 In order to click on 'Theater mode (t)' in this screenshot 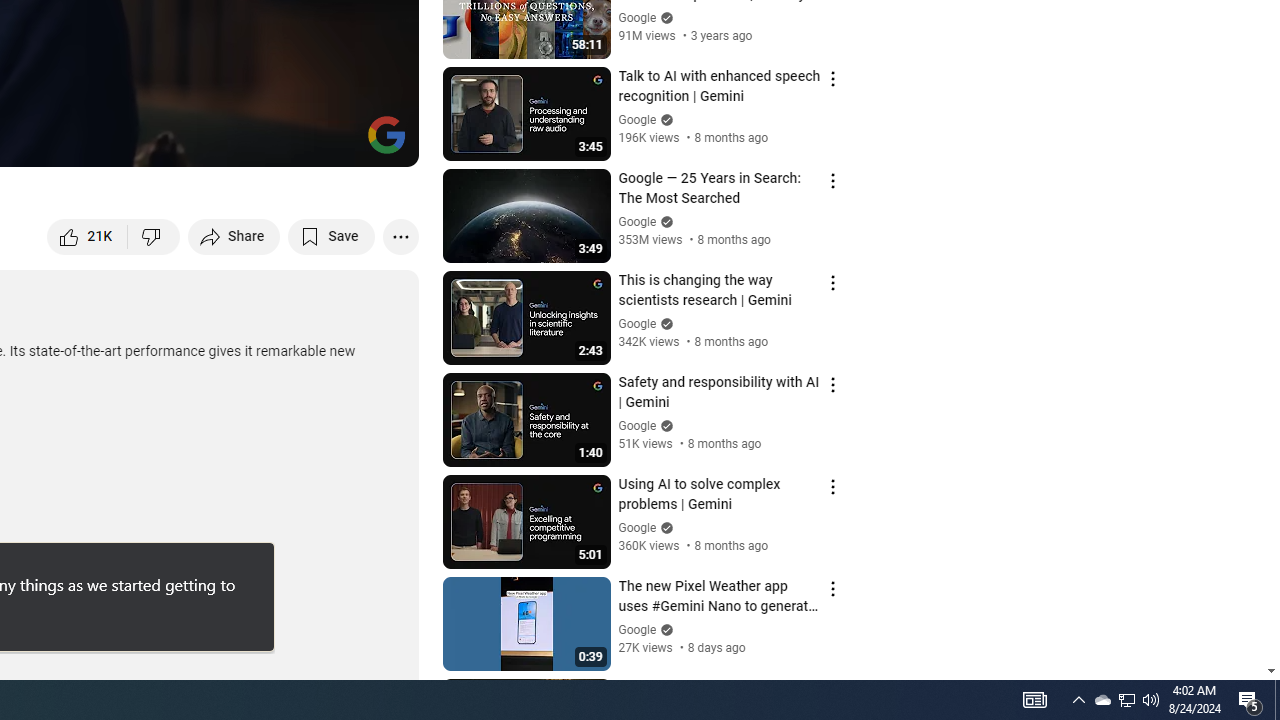, I will do `click(334, 141)`.